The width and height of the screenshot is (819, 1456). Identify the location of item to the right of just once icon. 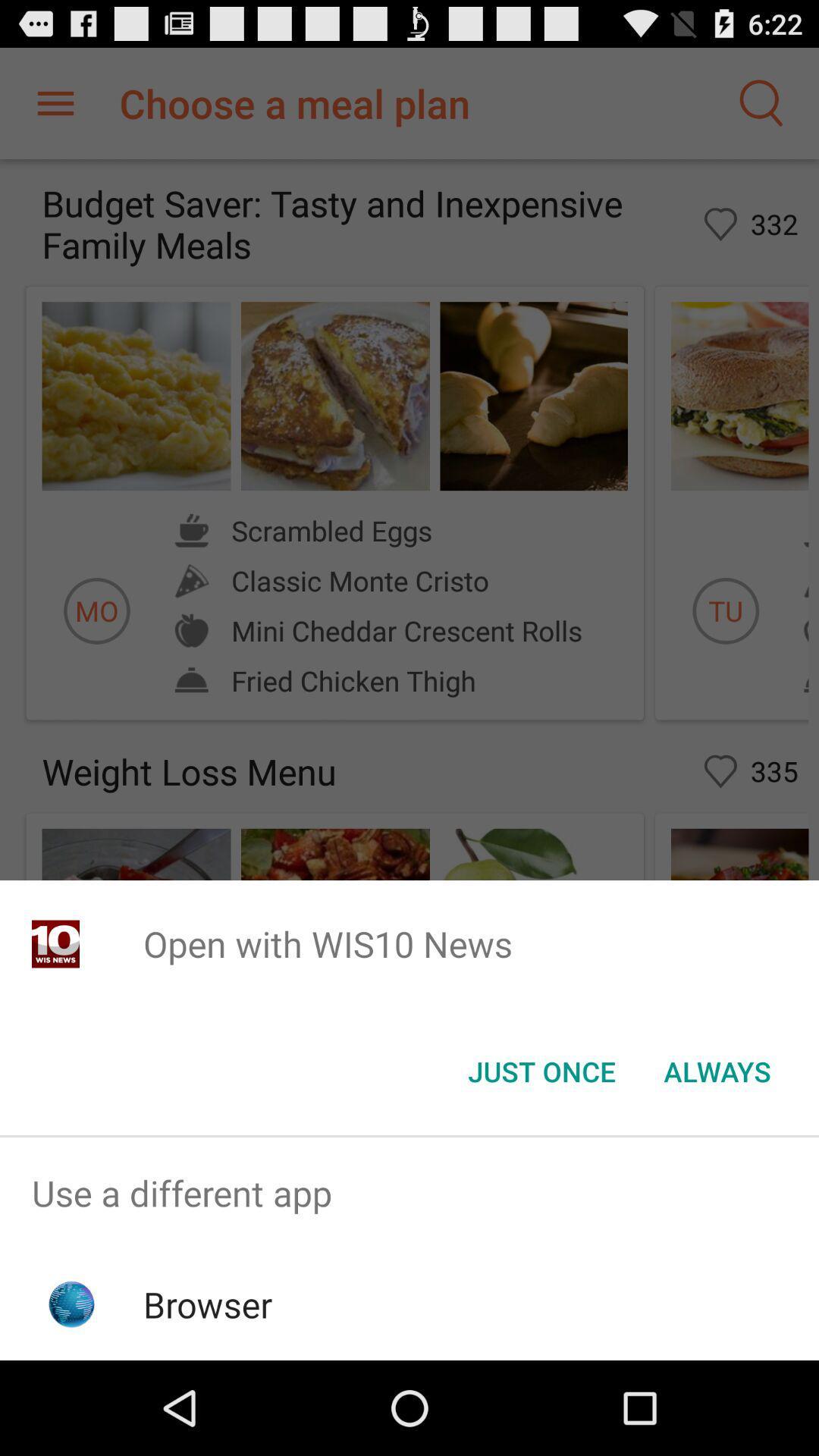
(717, 1070).